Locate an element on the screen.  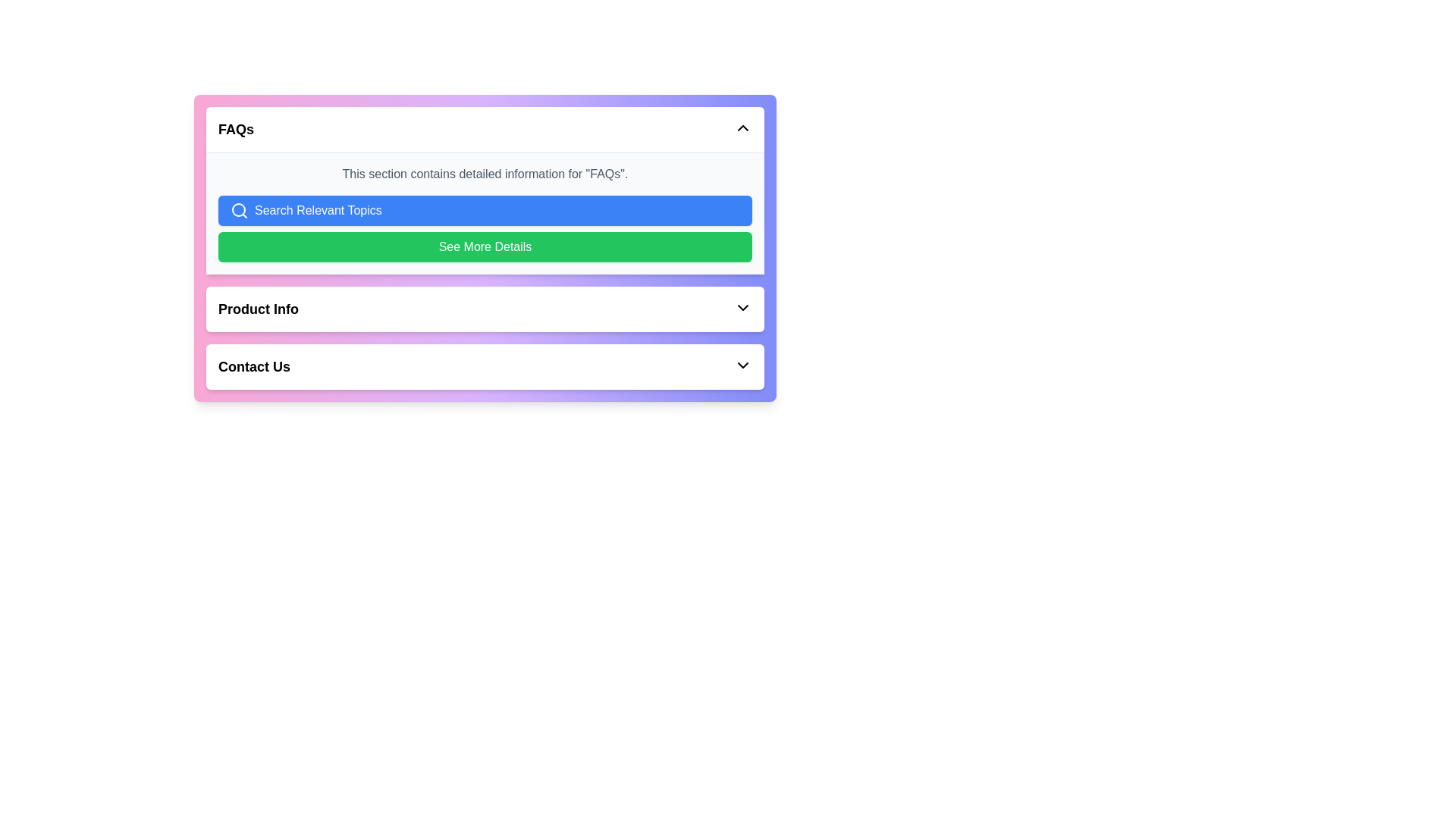
the text label displaying 'This section contains detailed information for "FAQs"' which is styled in a clear sans-serif font and located within a light gray background area is located at coordinates (484, 174).